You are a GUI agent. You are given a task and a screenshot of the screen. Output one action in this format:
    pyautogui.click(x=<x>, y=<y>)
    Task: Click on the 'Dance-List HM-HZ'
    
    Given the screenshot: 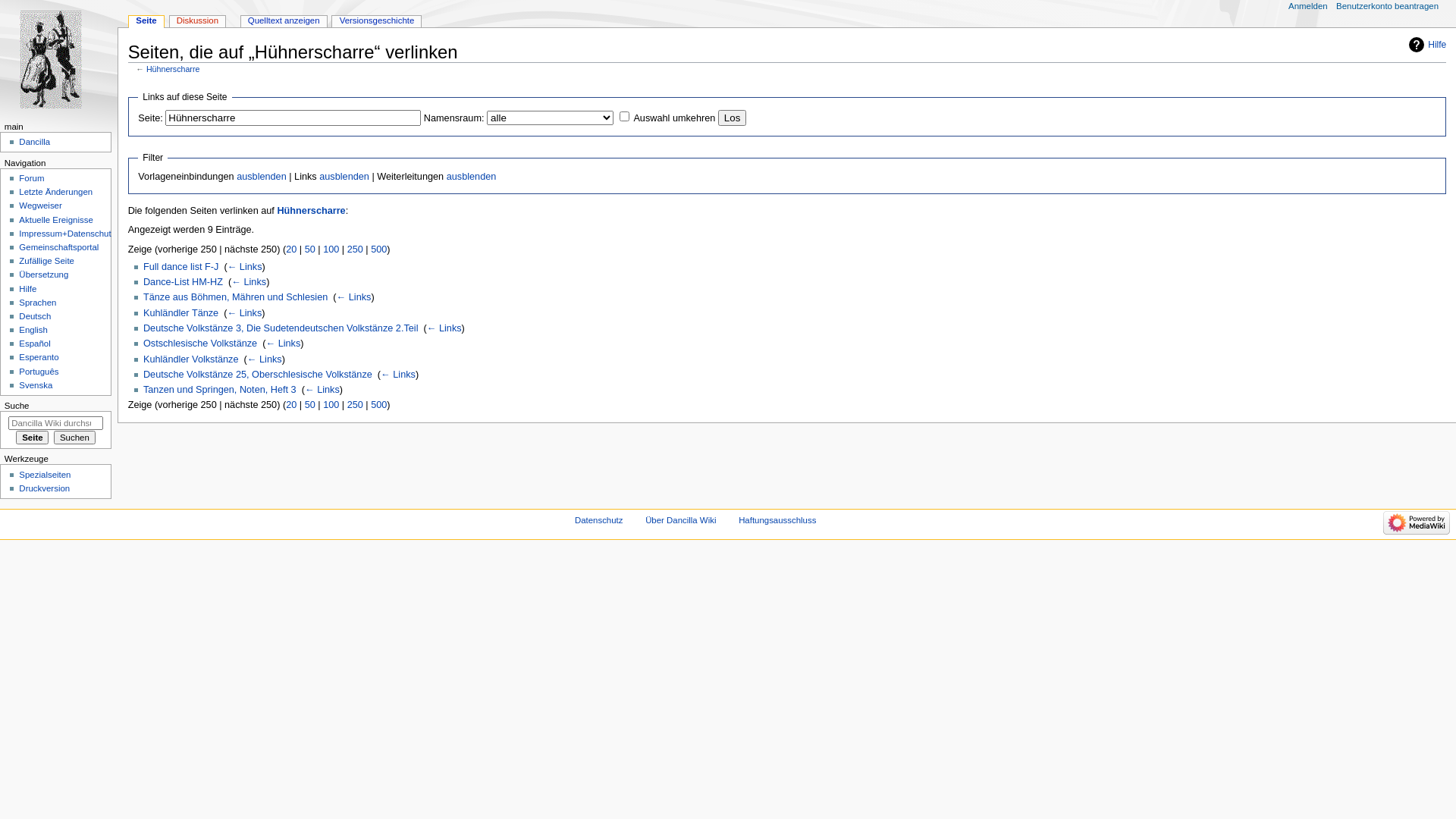 What is the action you would take?
    pyautogui.click(x=182, y=281)
    